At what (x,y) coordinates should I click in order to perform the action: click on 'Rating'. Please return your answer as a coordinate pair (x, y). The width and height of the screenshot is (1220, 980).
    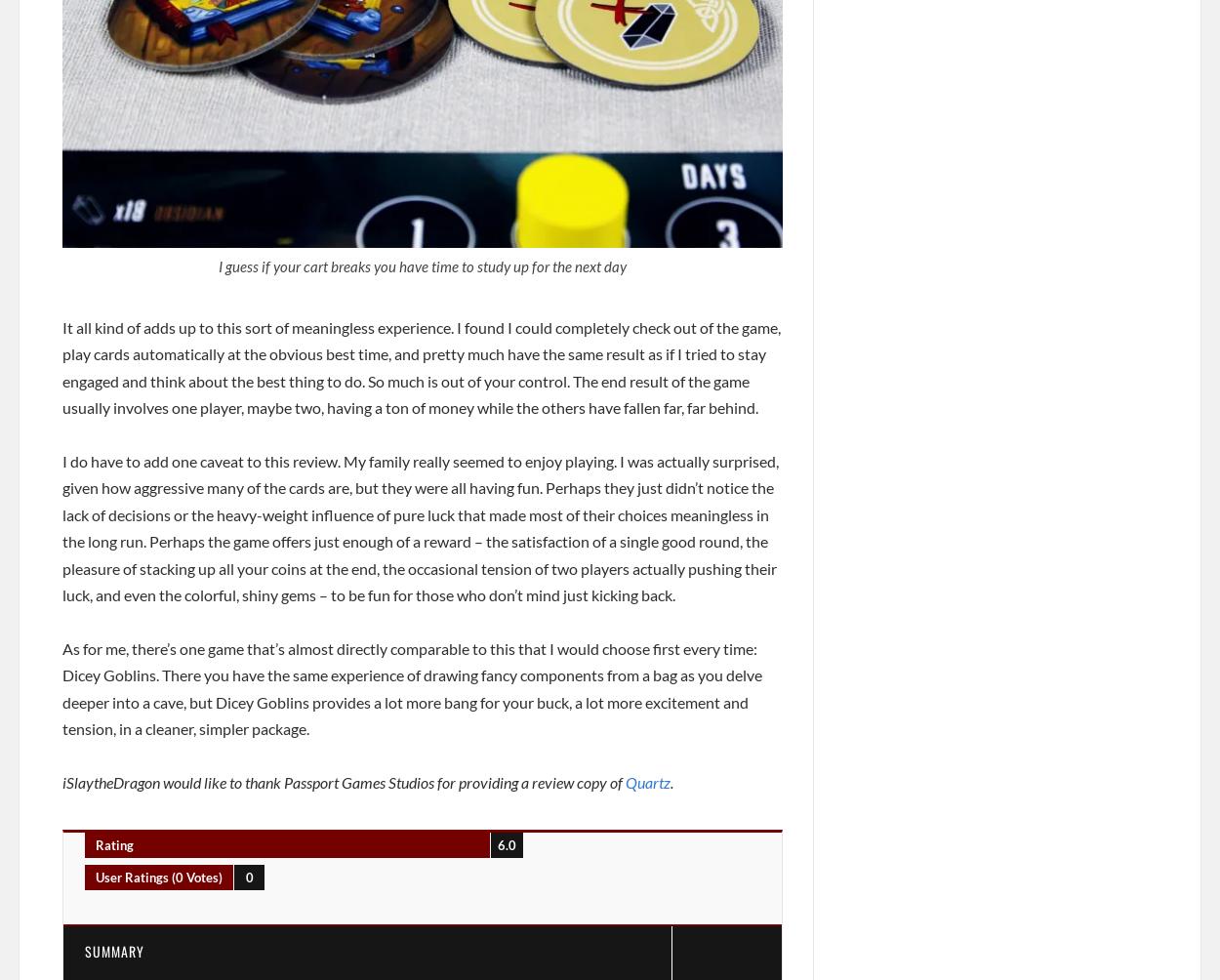
    Looking at the image, I should click on (113, 844).